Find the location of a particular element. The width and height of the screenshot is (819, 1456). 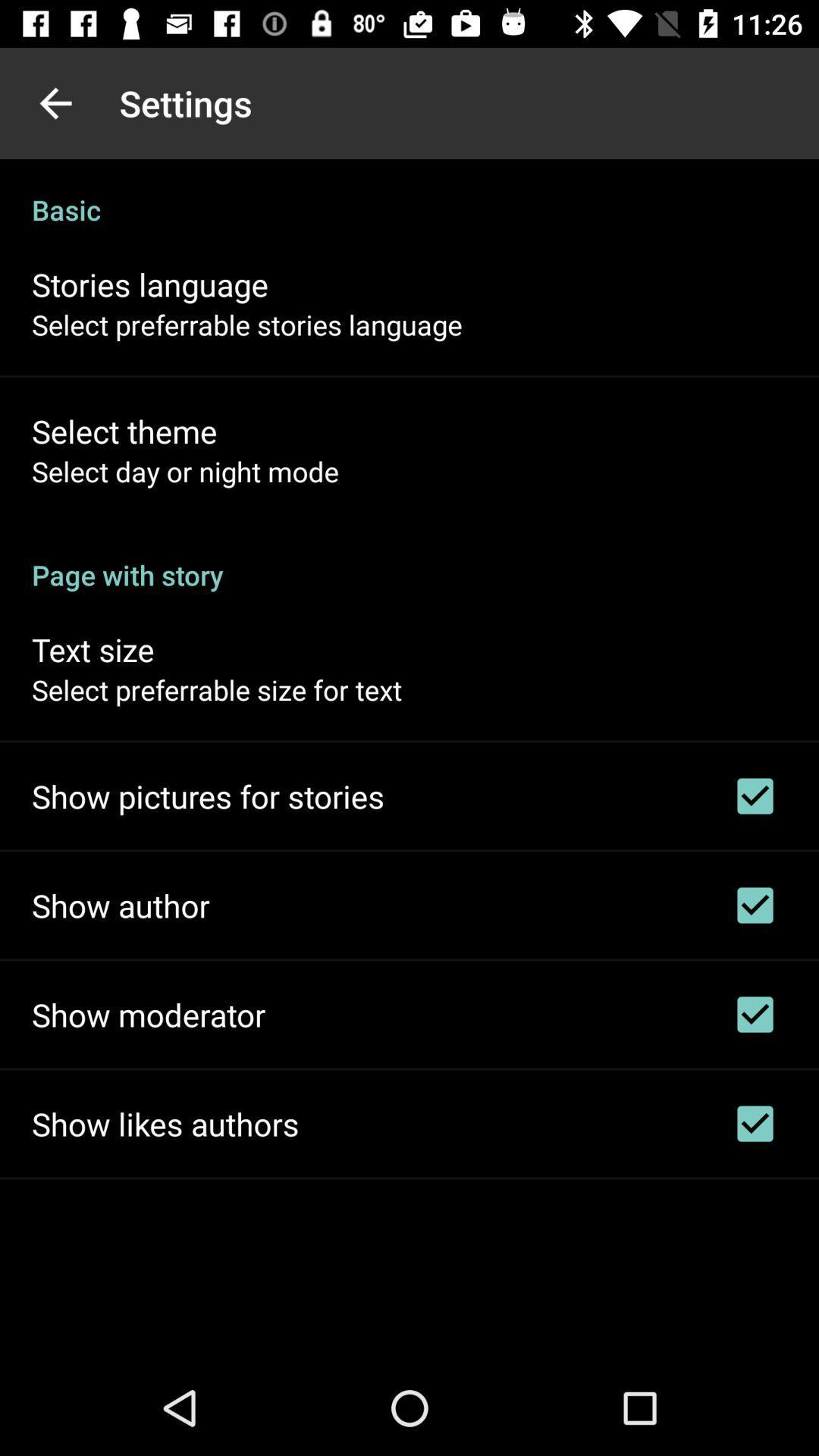

the icon above basic icon is located at coordinates (55, 102).